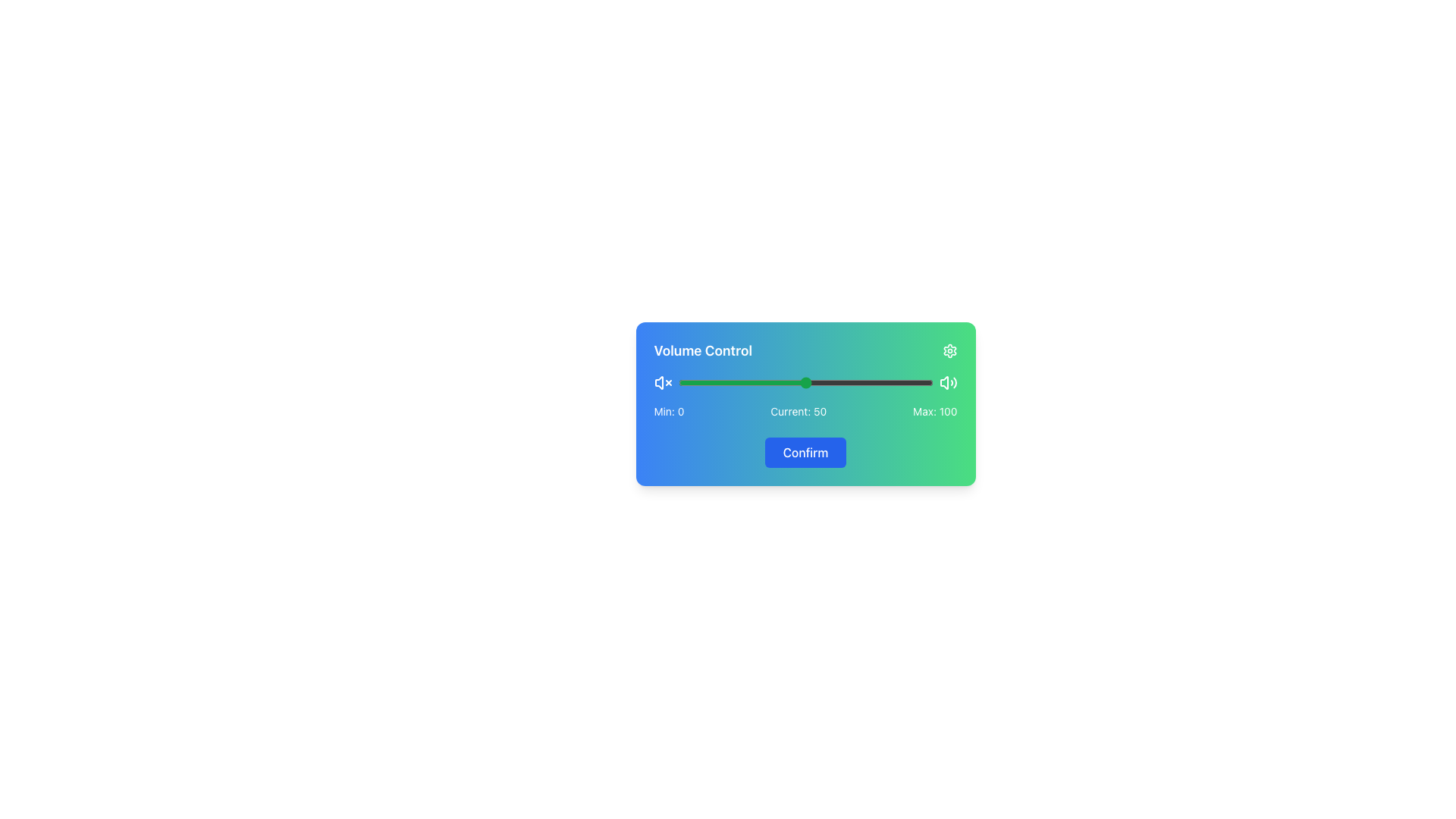 The height and width of the screenshot is (819, 1456). I want to click on the volume, so click(899, 382).